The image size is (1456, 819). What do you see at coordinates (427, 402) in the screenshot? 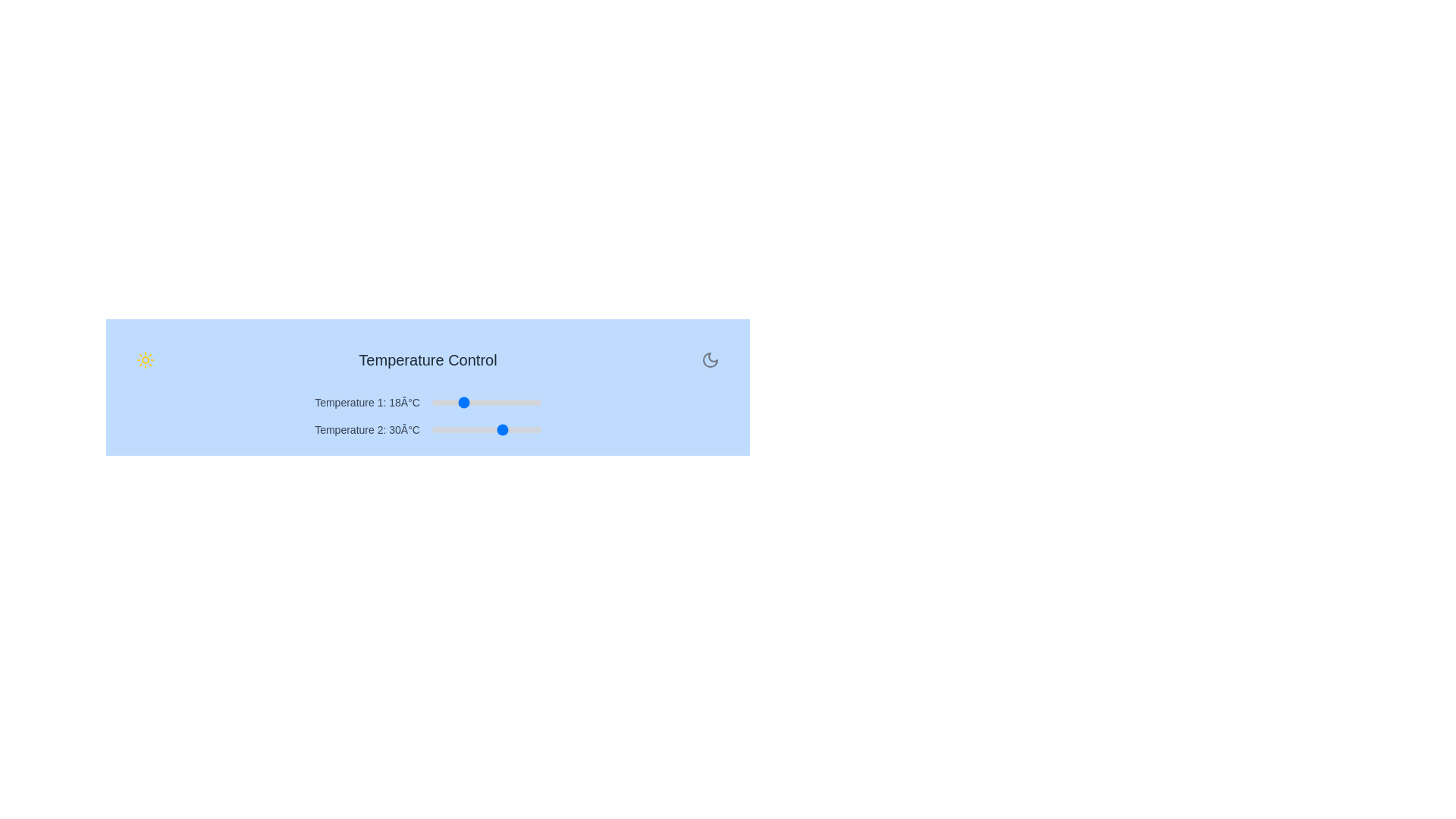
I see `the interactive slider for adjusting the temperature value of the first unit, which is positioned above 'Temperature 2: 30°C'` at bounding box center [427, 402].